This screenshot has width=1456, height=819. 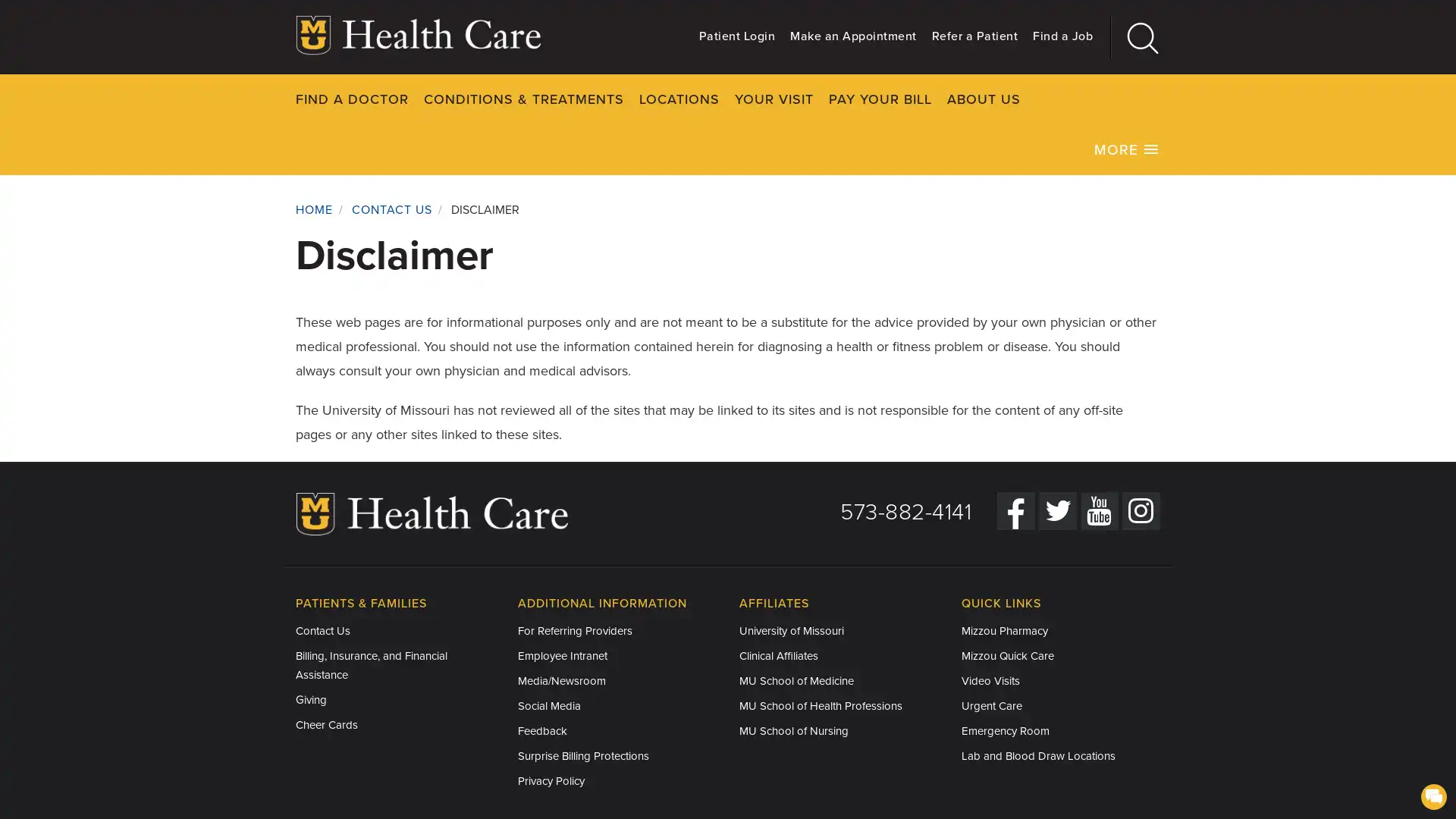 I want to click on MORE, so click(x=1127, y=149).